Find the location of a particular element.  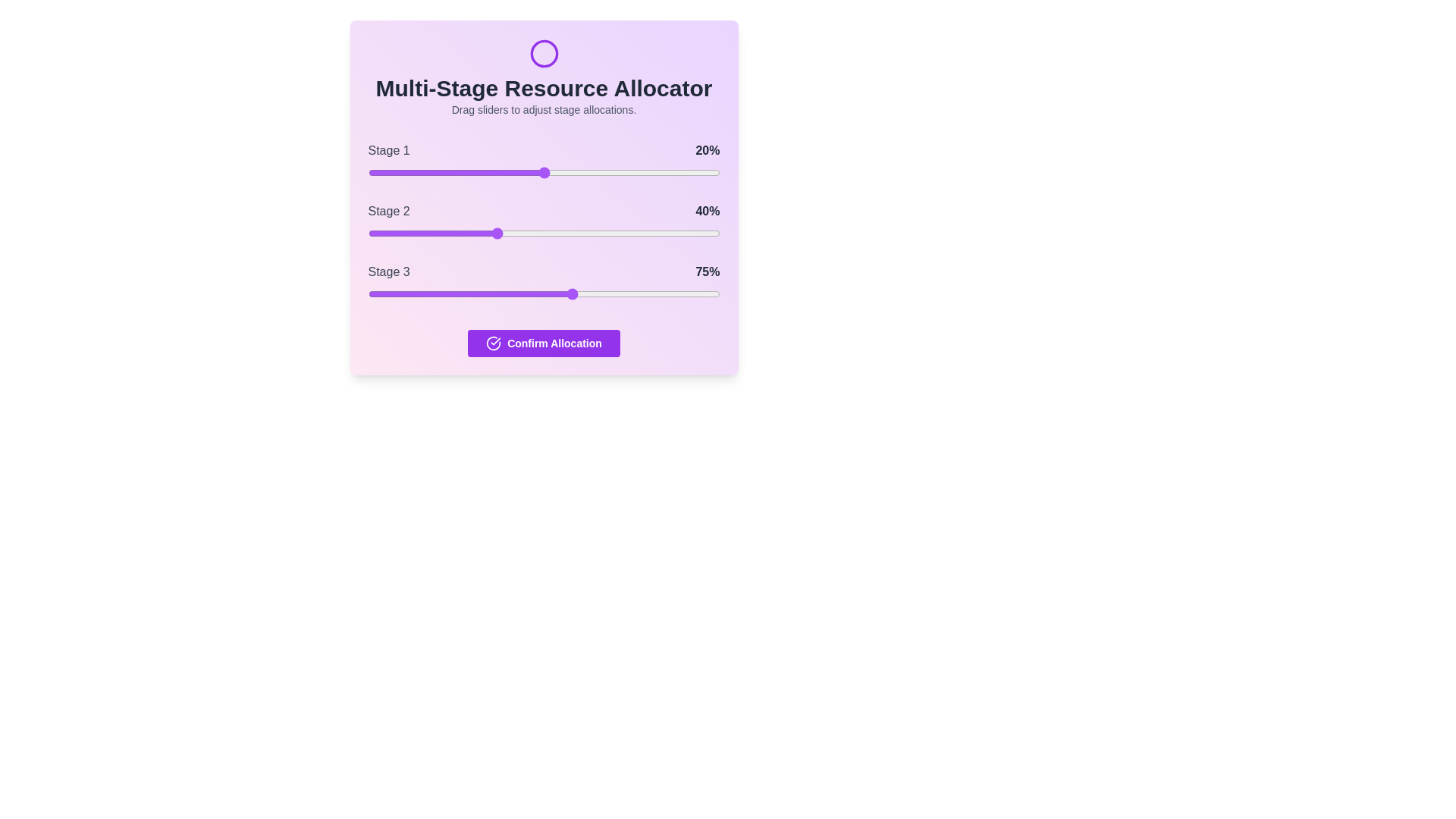

the slider for Stage 1 to 6% is located at coordinates (389, 171).